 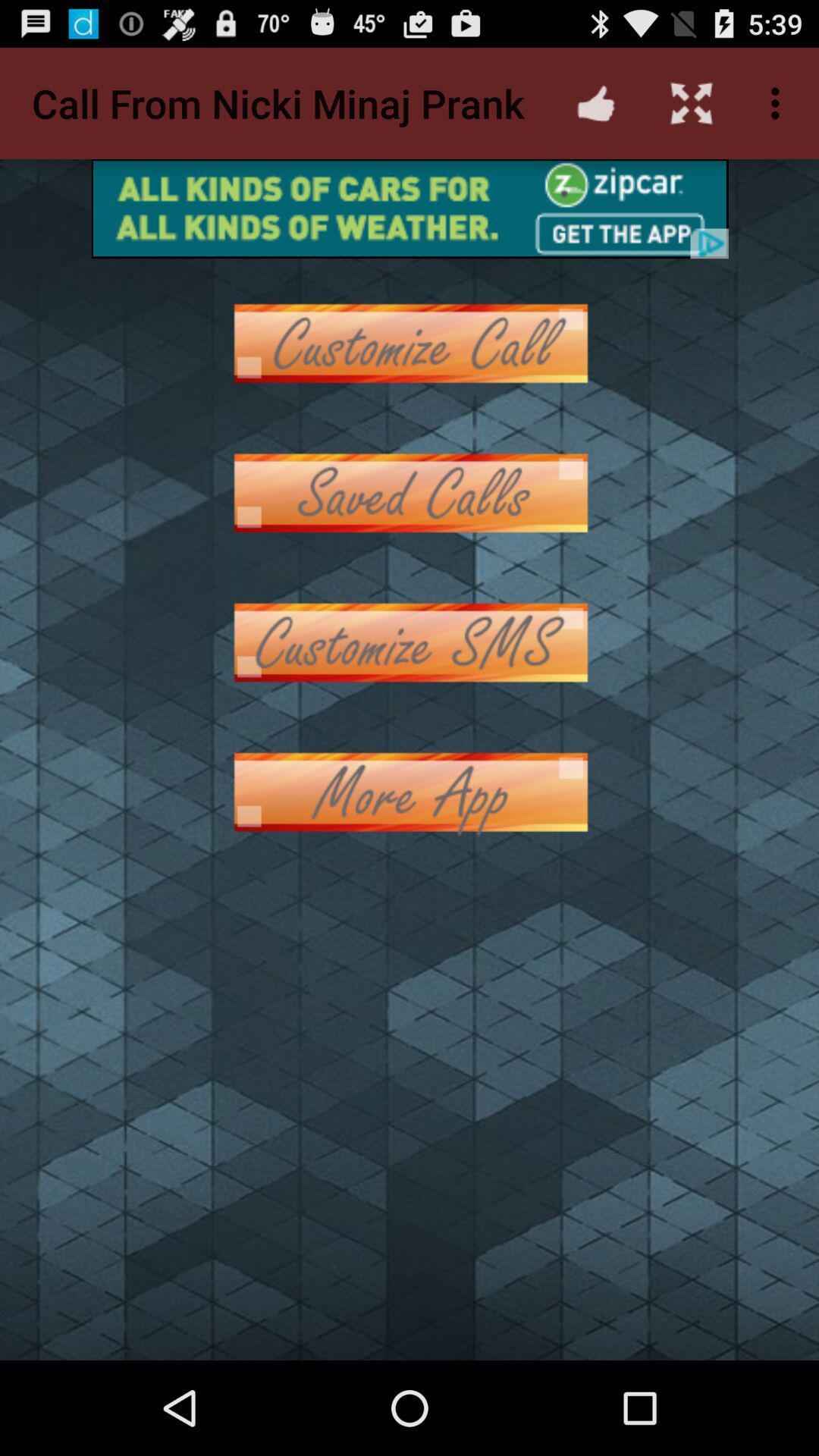 I want to click on call to a certain people, so click(x=409, y=342).